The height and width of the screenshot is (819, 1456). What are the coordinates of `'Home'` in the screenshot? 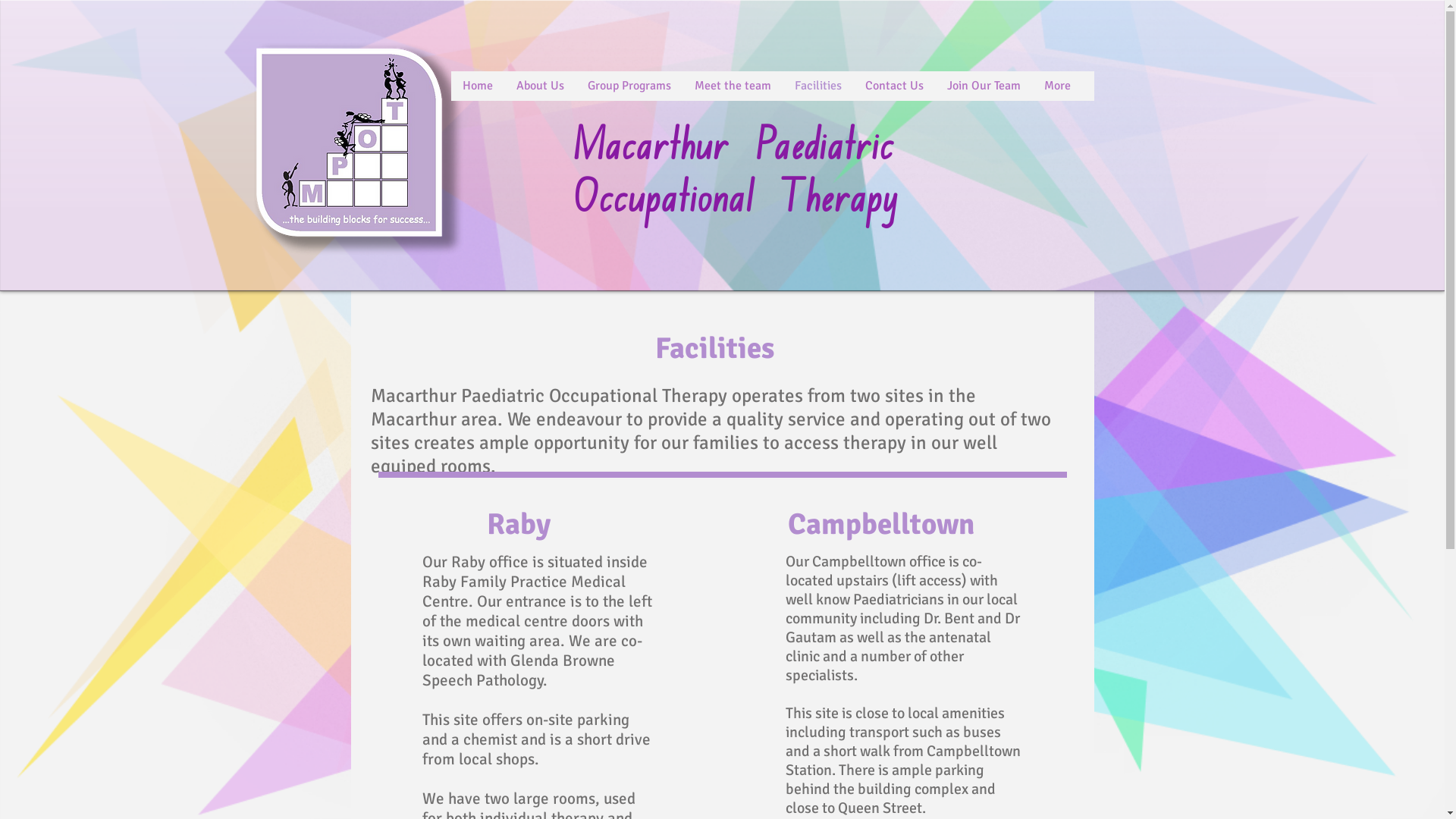 It's located at (475, 86).